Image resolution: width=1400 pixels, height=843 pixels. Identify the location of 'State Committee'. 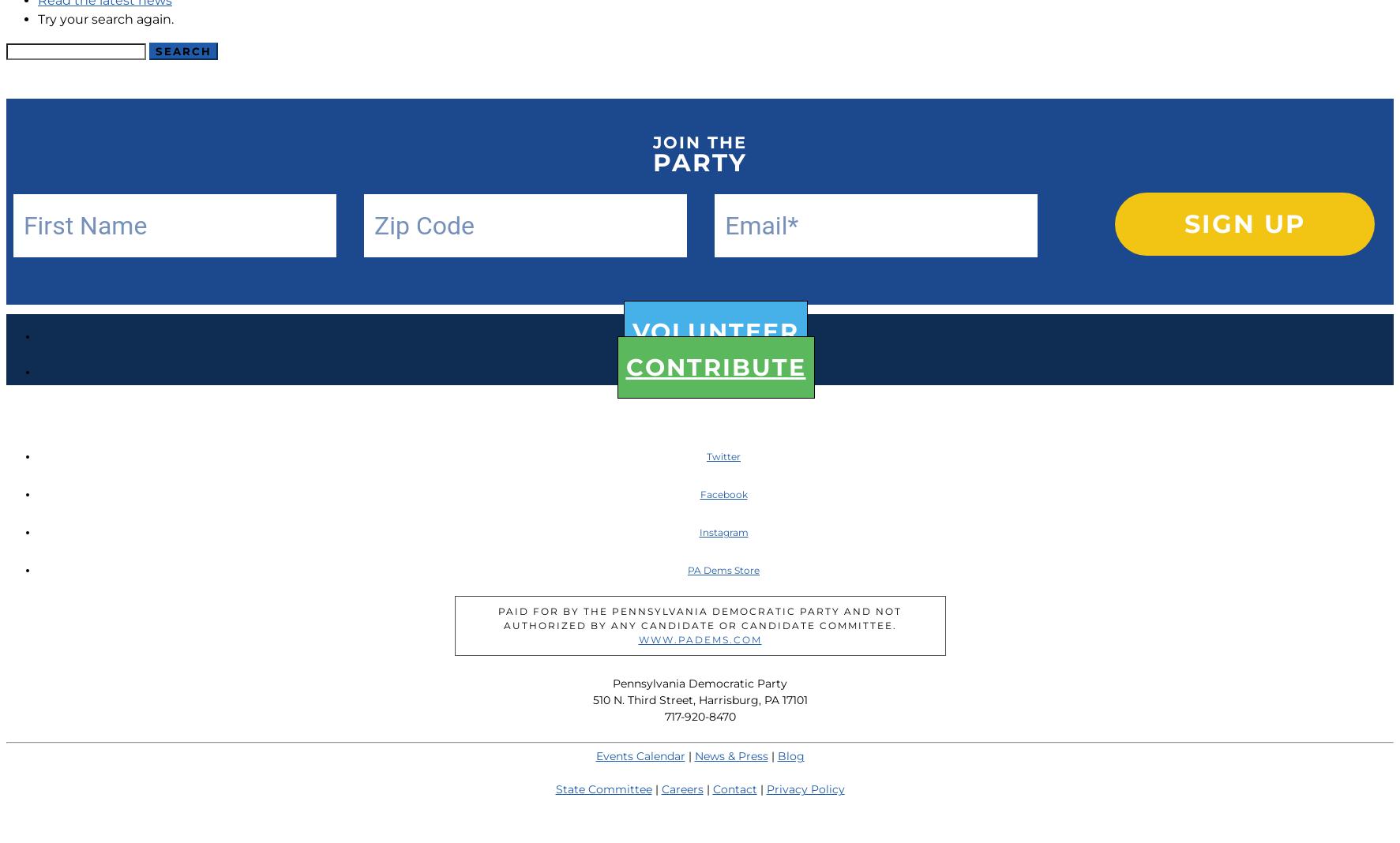
(554, 789).